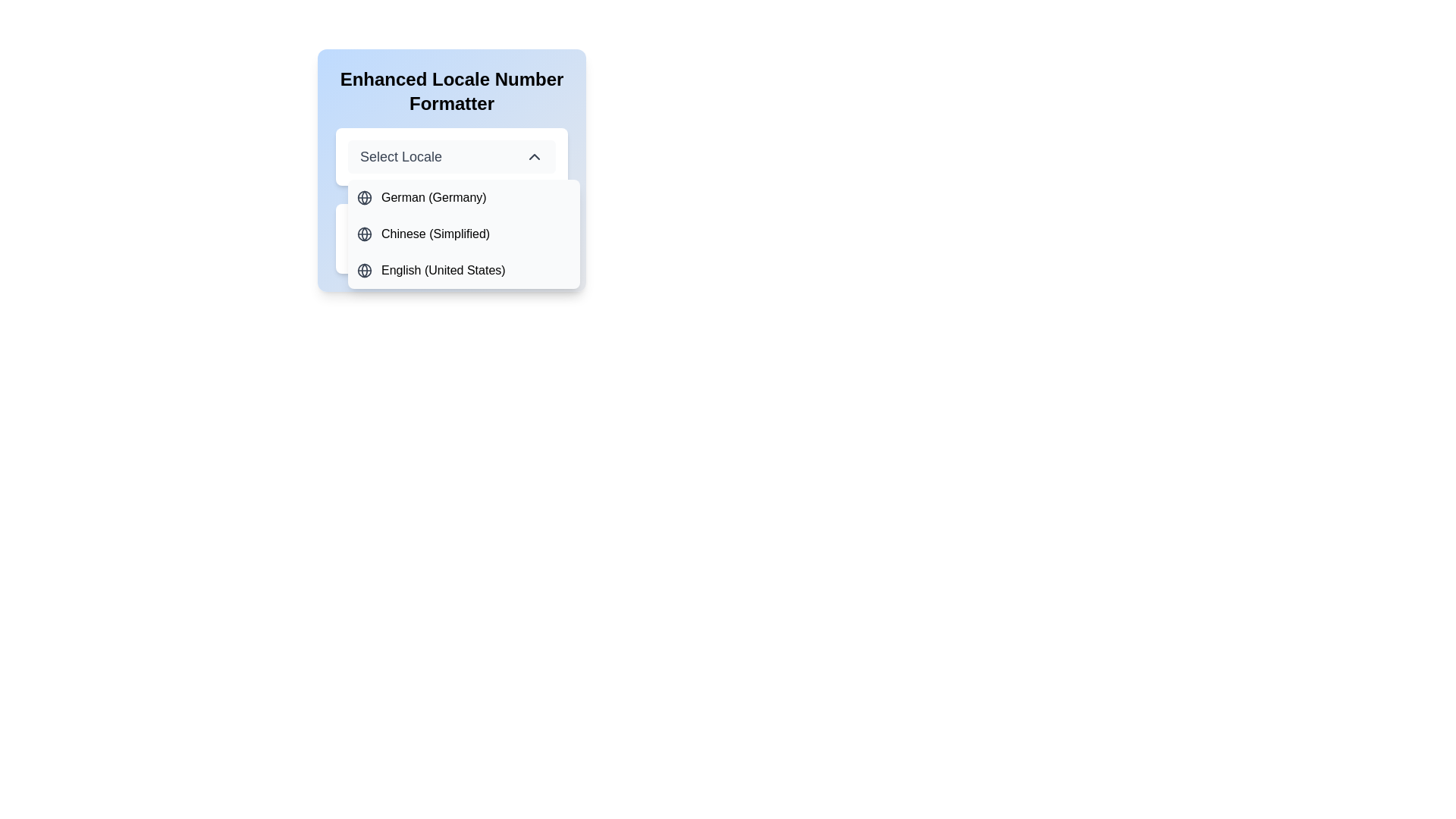 The image size is (1456, 819). I want to click on the list item displaying the text 'German (Germany)', so click(433, 197).